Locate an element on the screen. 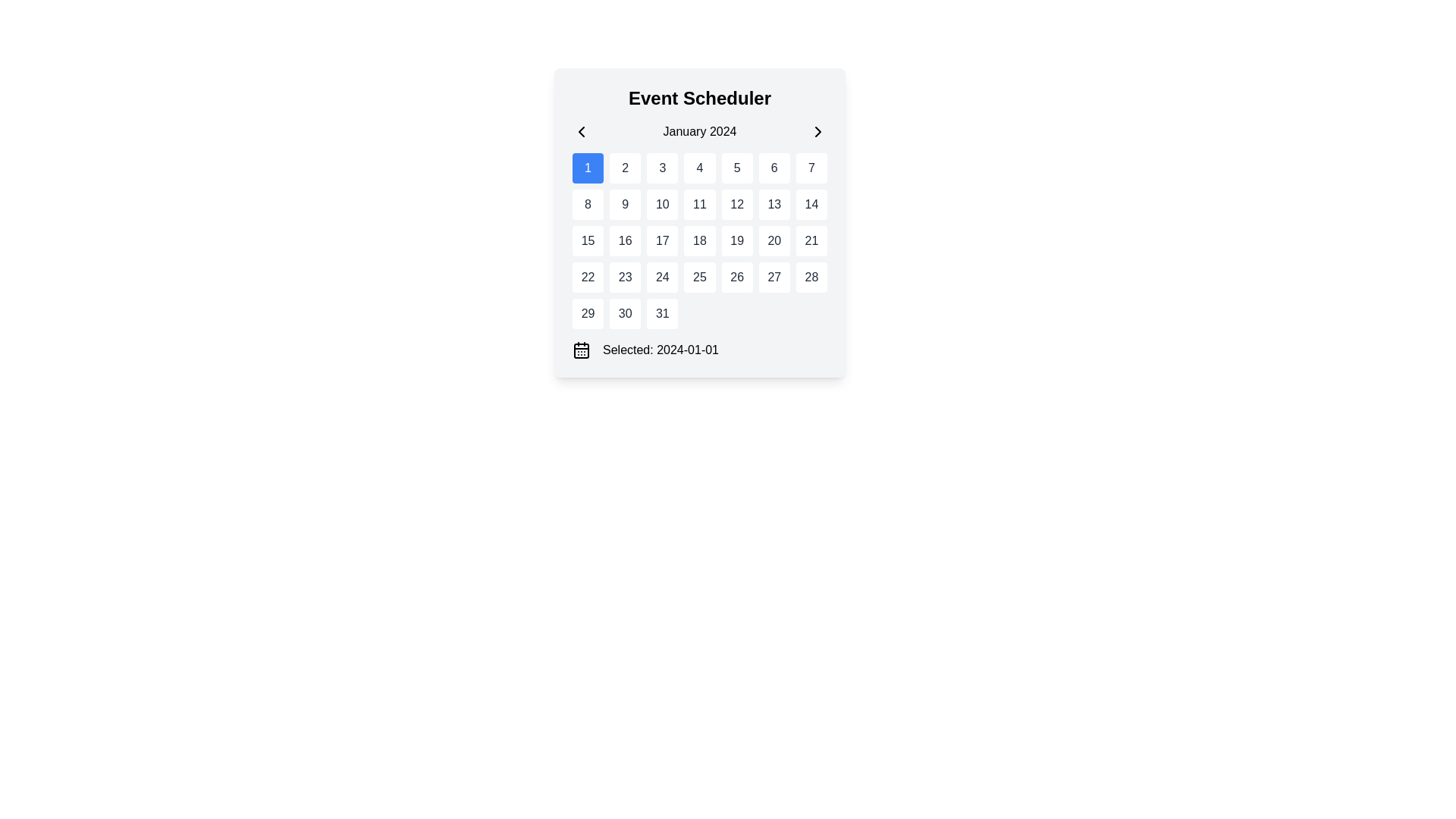 The height and width of the screenshot is (819, 1456). the chevron-right indicator icon, which is used for navigating to the next month in the calendar, located to the right of 'January 2024' is located at coordinates (817, 130).